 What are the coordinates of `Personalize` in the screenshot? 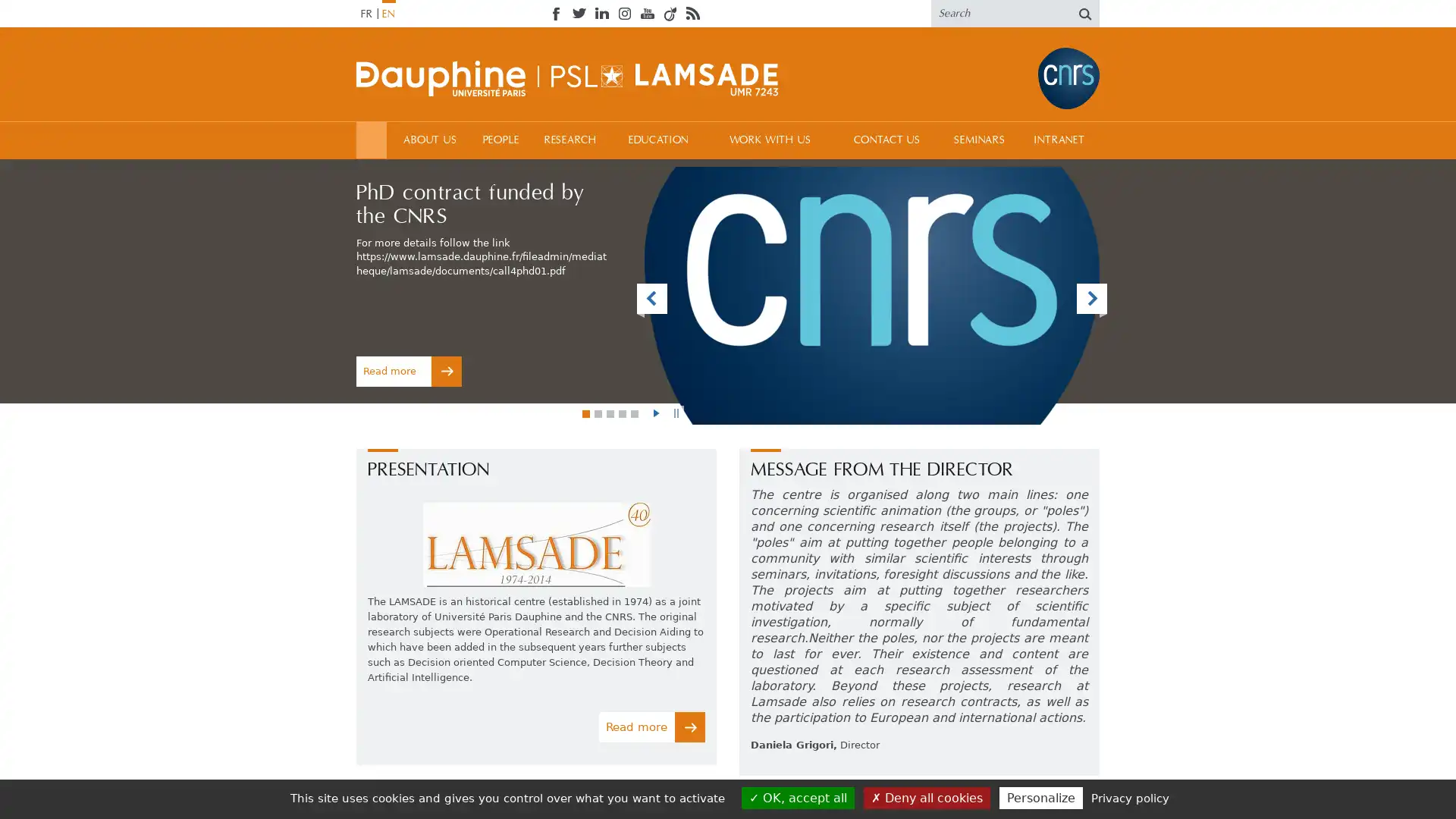 It's located at (1040, 797).